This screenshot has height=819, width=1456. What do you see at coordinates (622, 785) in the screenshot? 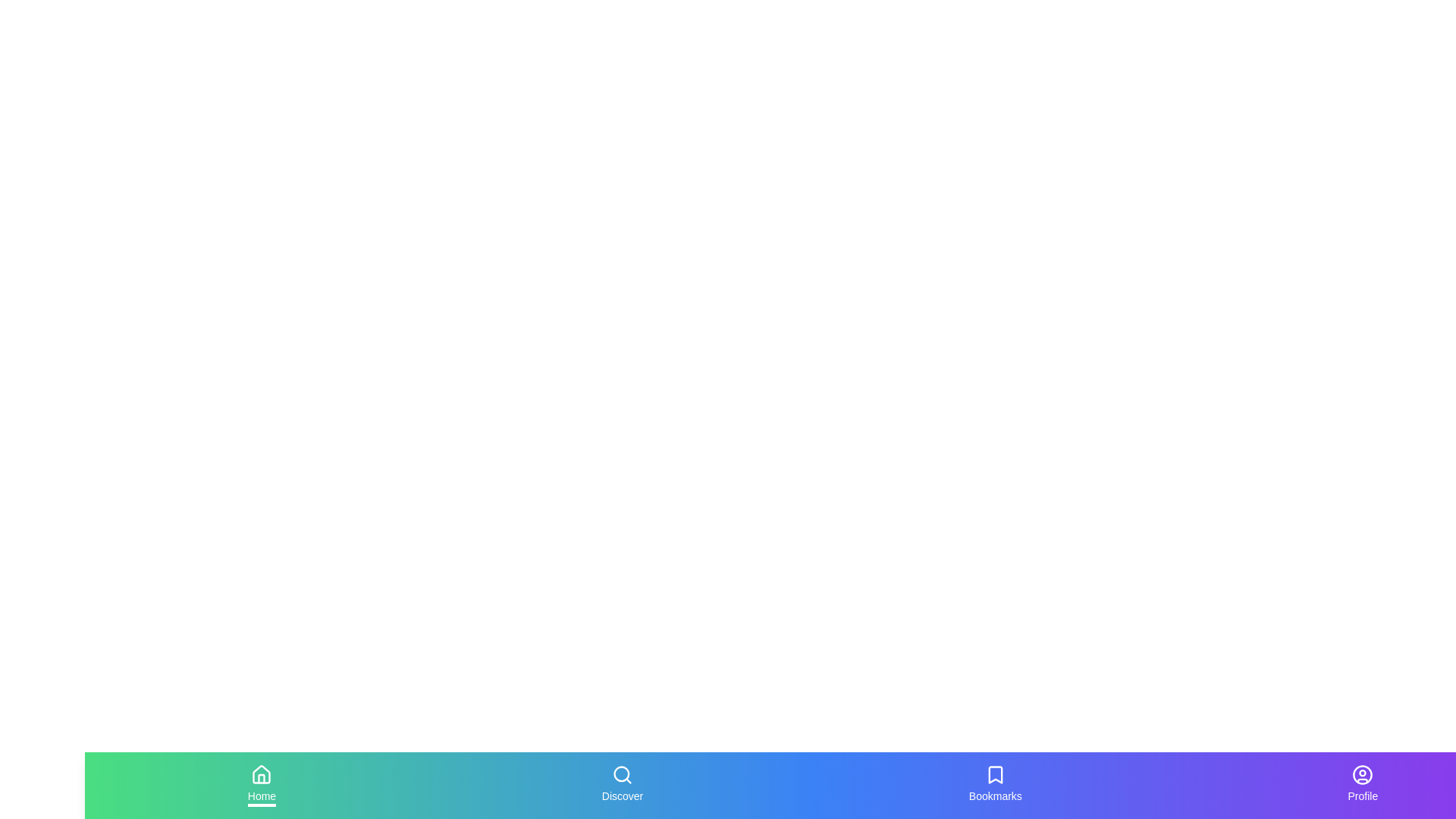
I see `the tab Discover in the bottom navigation bar` at bounding box center [622, 785].